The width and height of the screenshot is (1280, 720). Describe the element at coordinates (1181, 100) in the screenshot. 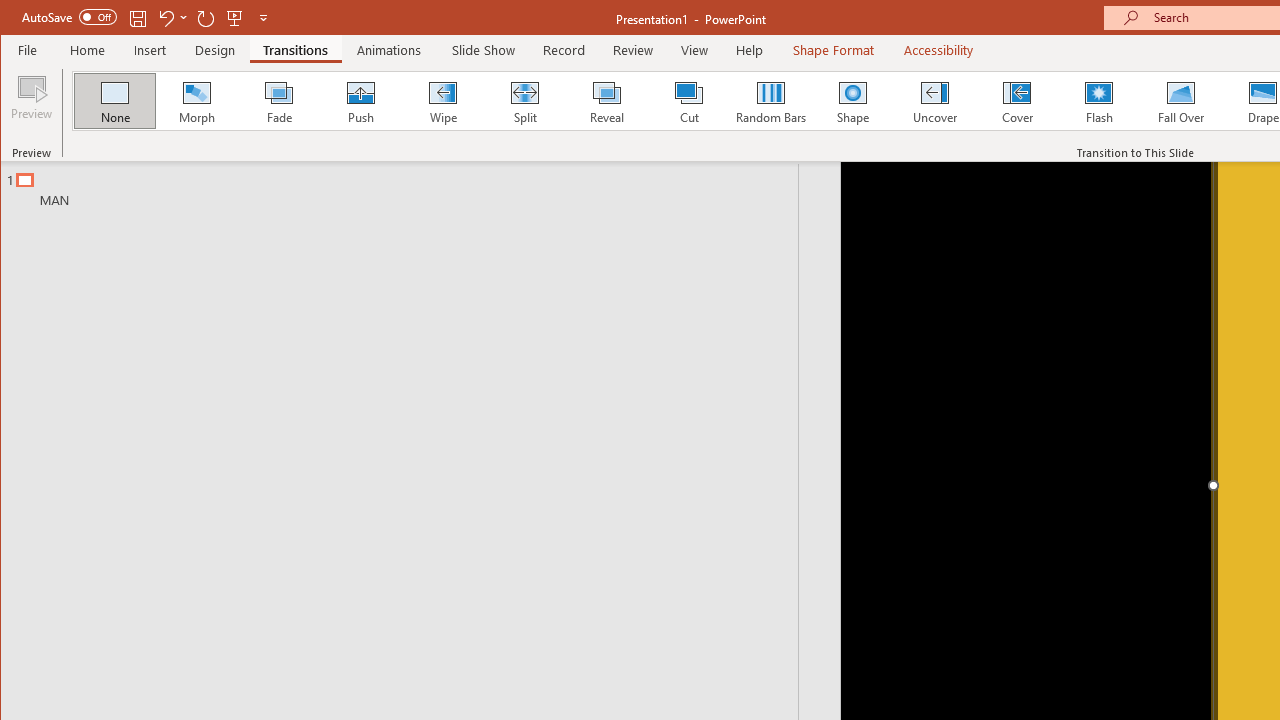

I see `'Fall Over'` at that location.